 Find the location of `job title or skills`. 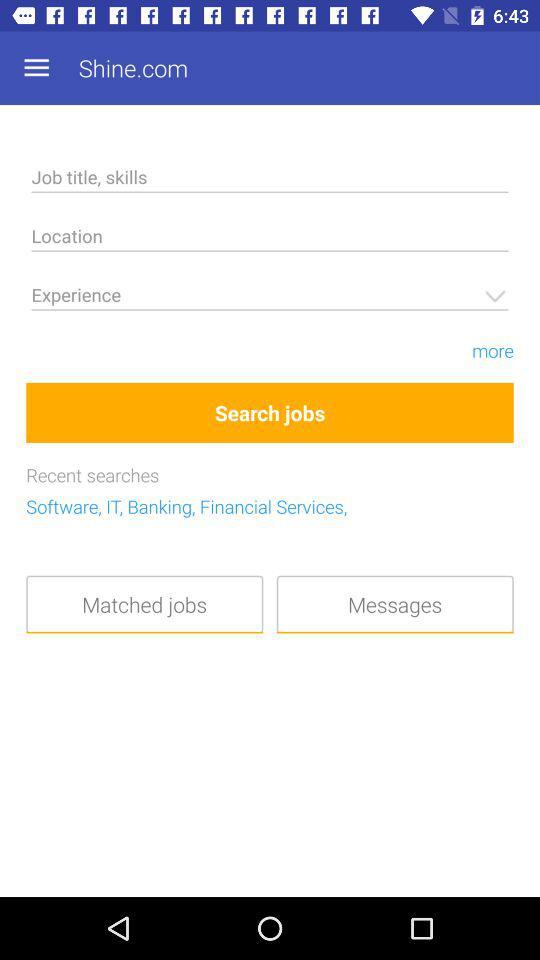

job title or skills is located at coordinates (270, 179).